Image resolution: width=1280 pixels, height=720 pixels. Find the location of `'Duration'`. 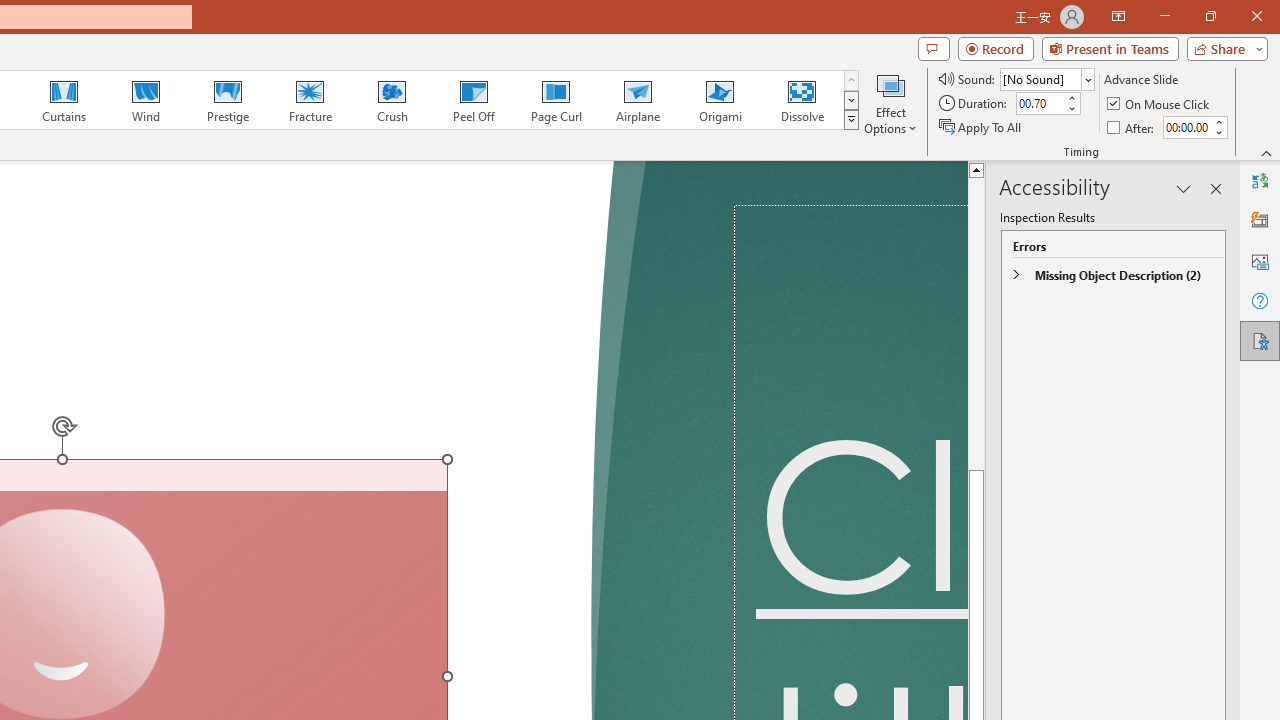

'Duration' is located at coordinates (1040, 103).